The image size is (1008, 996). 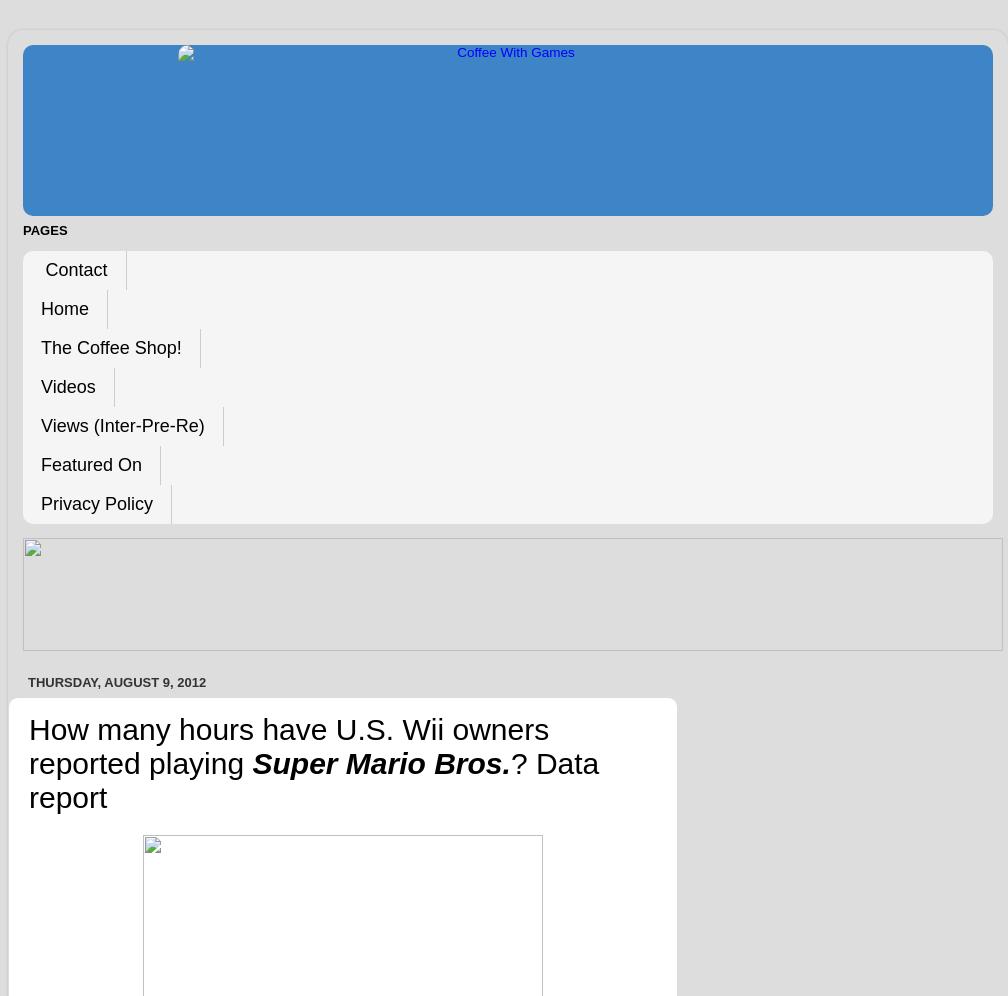 I want to click on 'Super Mario Bros.', so click(x=381, y=762).